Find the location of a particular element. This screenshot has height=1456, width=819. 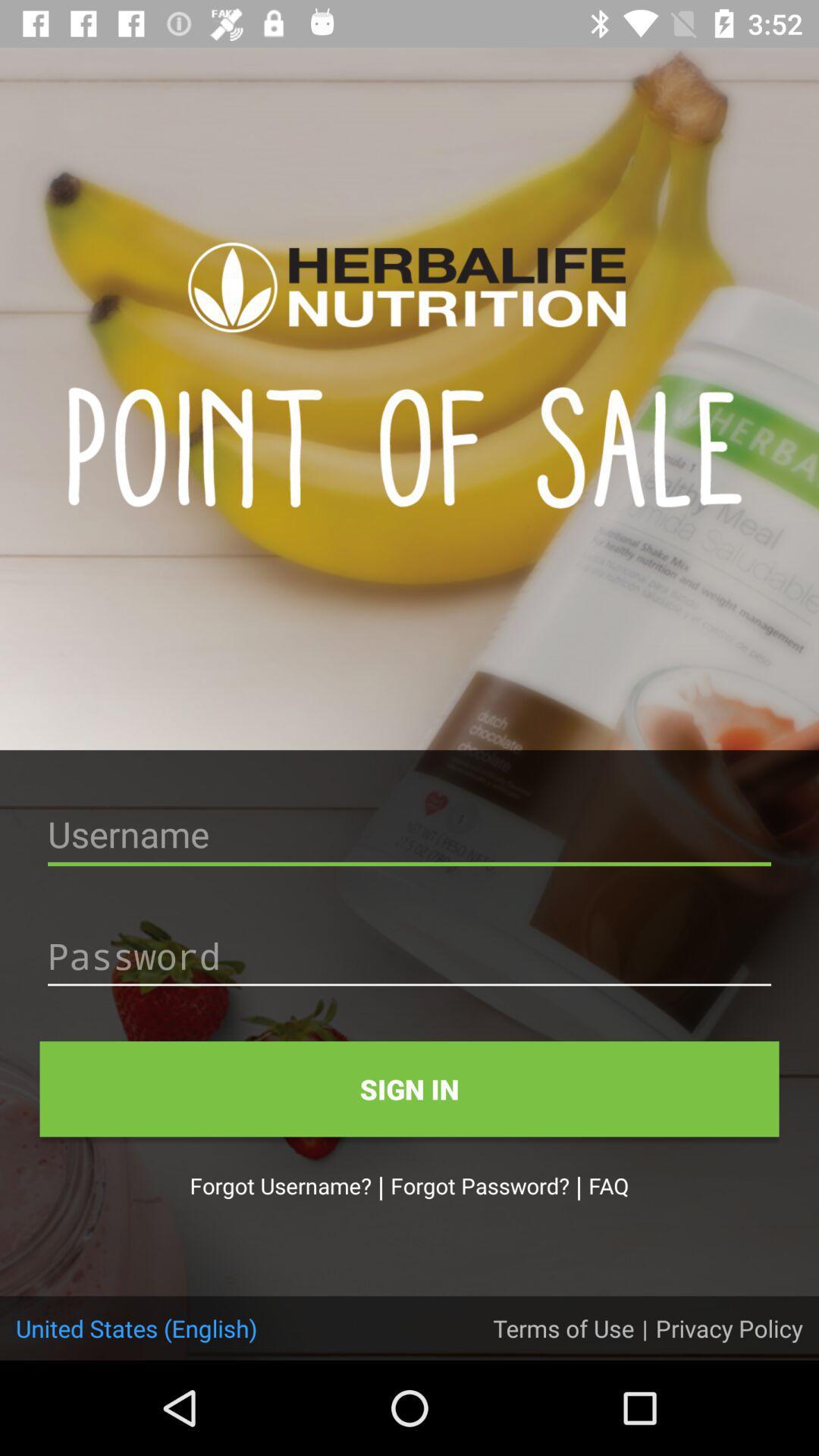

icon to the right of | item is located at coordinates (728, 1327).